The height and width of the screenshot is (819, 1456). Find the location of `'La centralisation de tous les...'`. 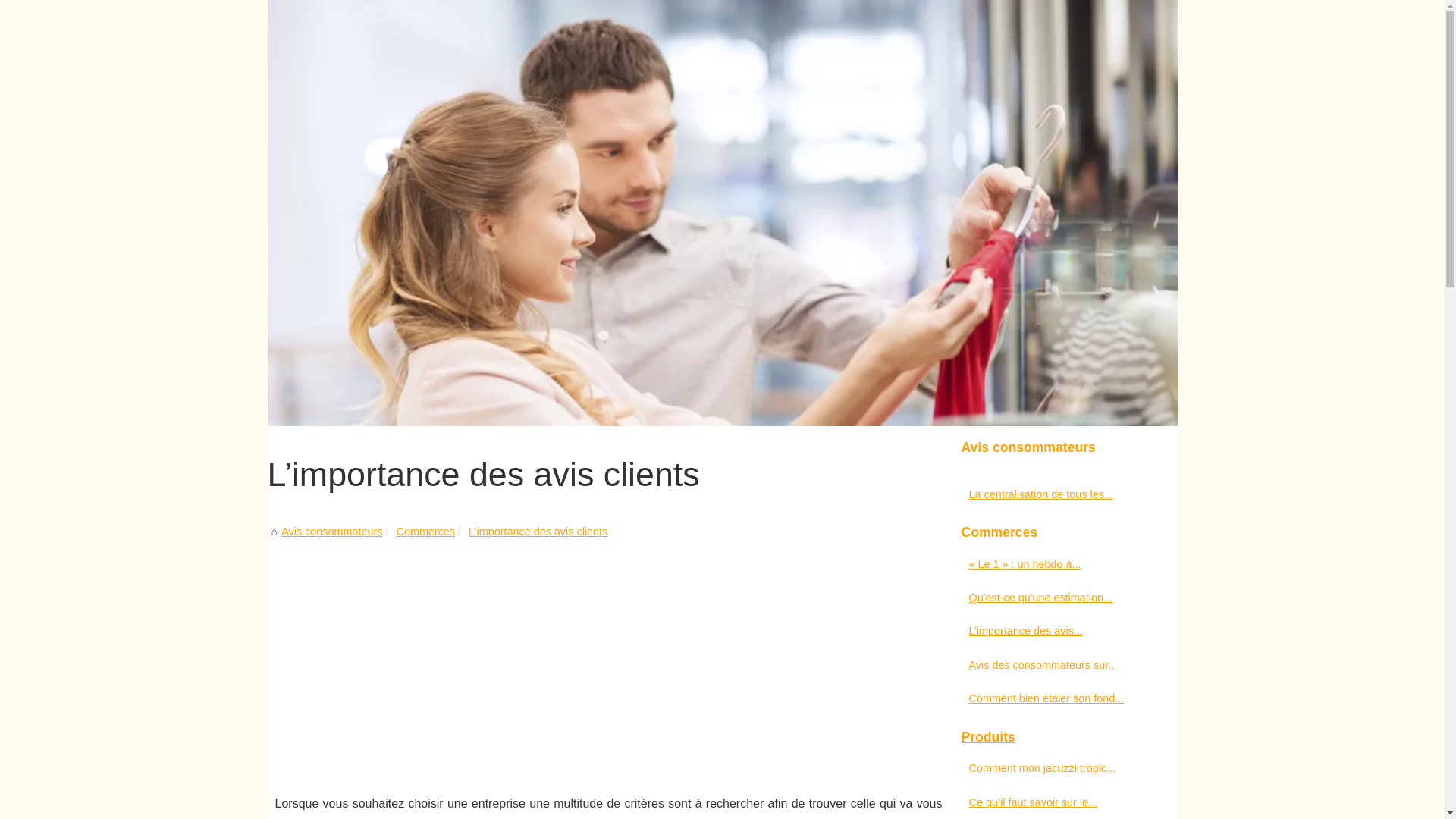

'La centralisation de tous les...' is located at coordinates (964, 494).